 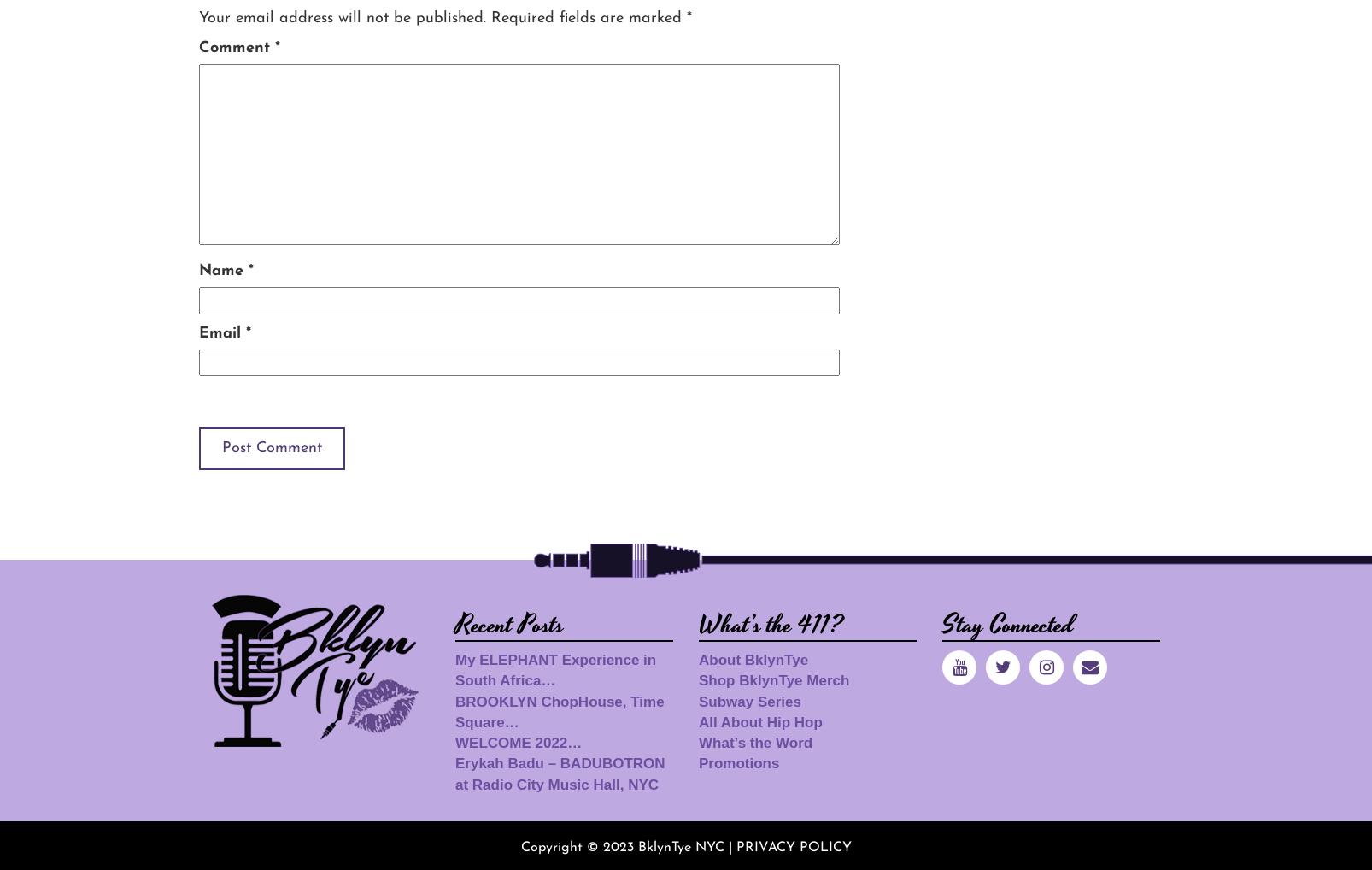 I want to click on 'My ELEPHANT Experience in South Africa…', so click(x=454, y=669).